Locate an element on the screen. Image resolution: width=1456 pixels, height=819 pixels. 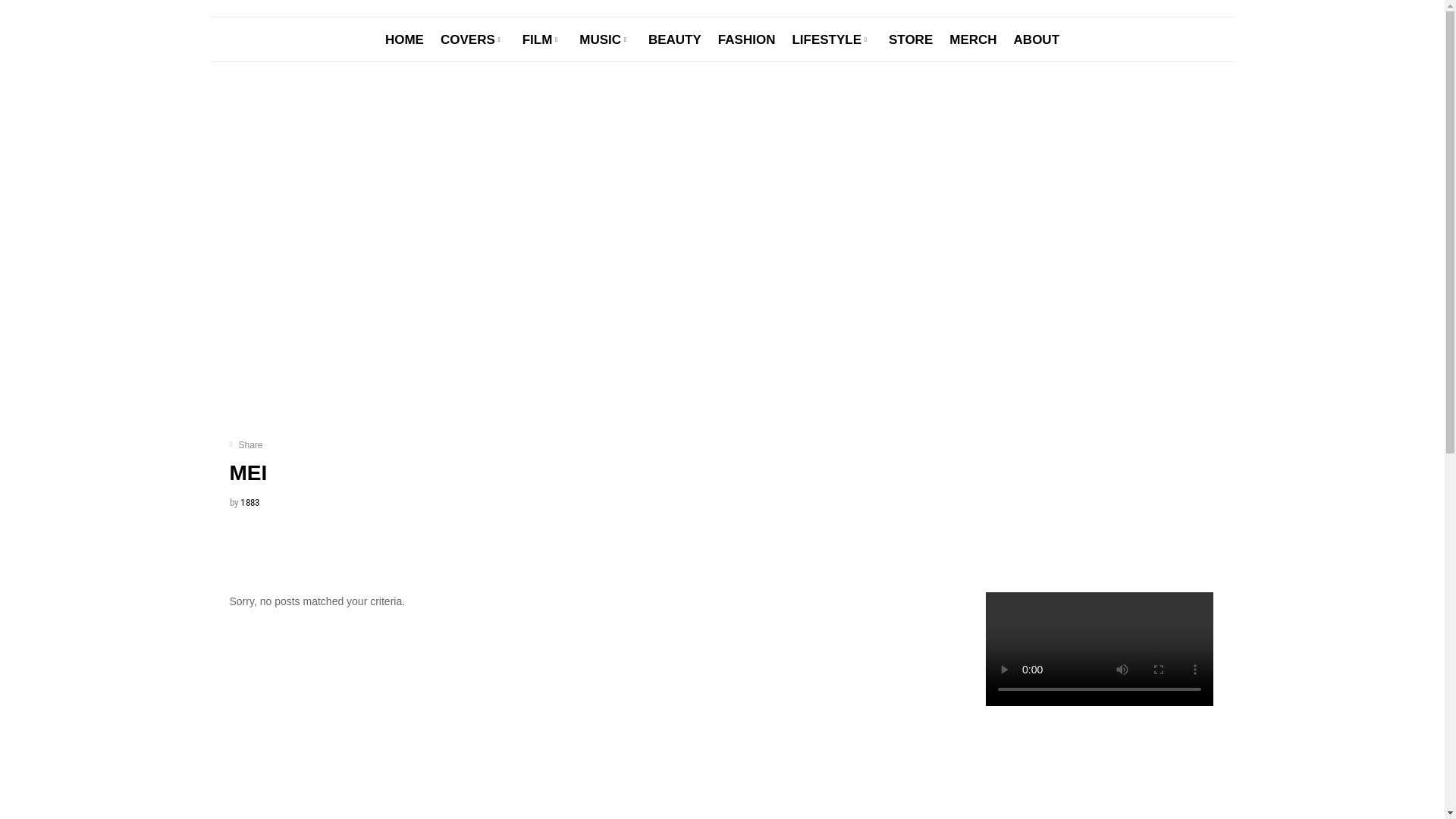
'MEI' is located at coordinates (247, 472).